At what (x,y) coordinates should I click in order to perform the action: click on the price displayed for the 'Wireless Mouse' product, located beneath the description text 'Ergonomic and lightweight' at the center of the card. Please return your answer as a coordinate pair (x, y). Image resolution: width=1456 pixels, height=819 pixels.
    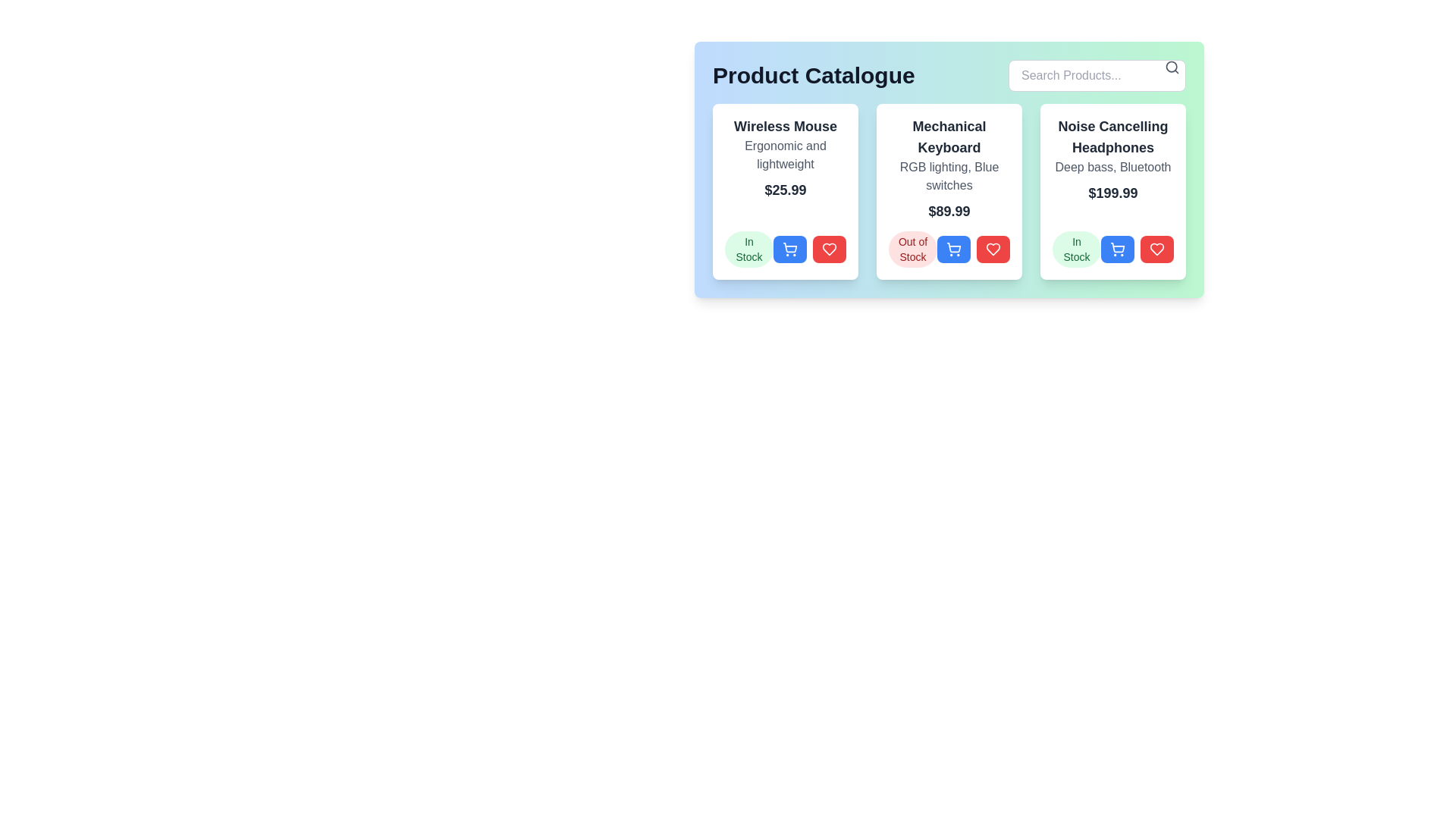
    Looking at the image, I should click on (786, 189).